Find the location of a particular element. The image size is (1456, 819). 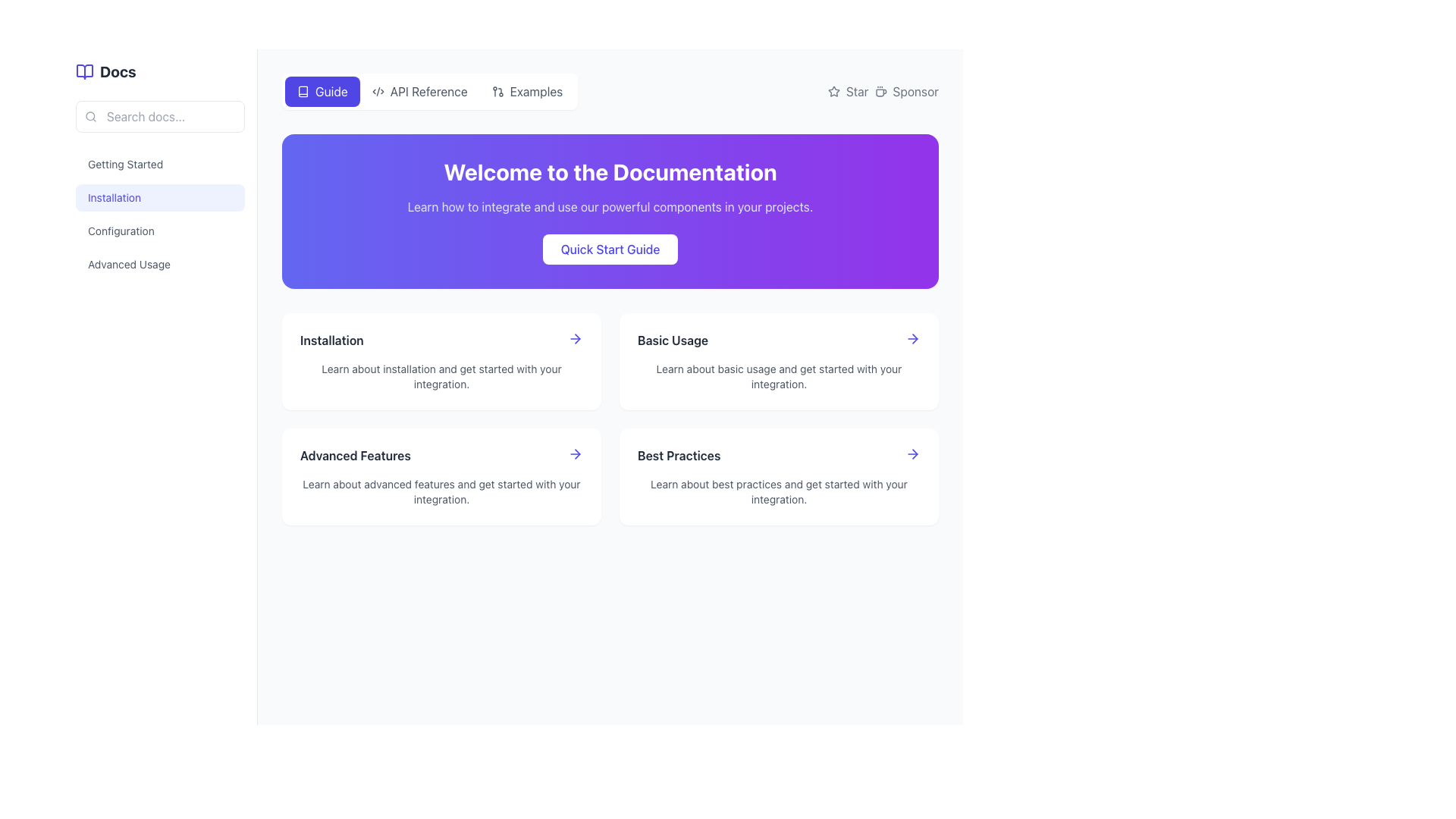

the visual indicator icon located in the middle right of the 'Advanced Features' card for contextual meaning is located at coordinates (576, 453).